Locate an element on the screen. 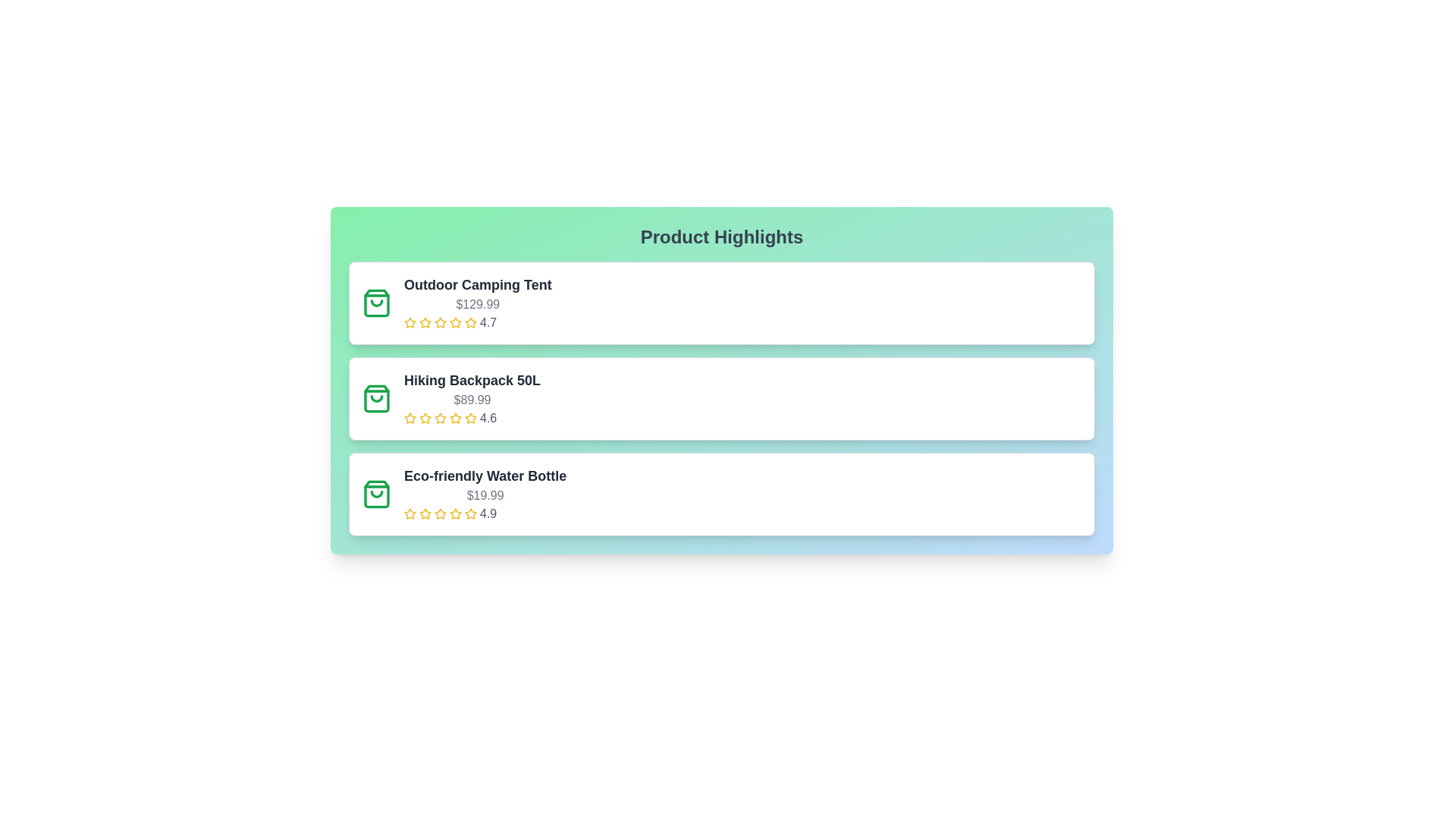 This screenshot has height=819, width=1456. the rating of the product to 4 stars by clicking on the corresponding star is located at coordinates (454, 322).